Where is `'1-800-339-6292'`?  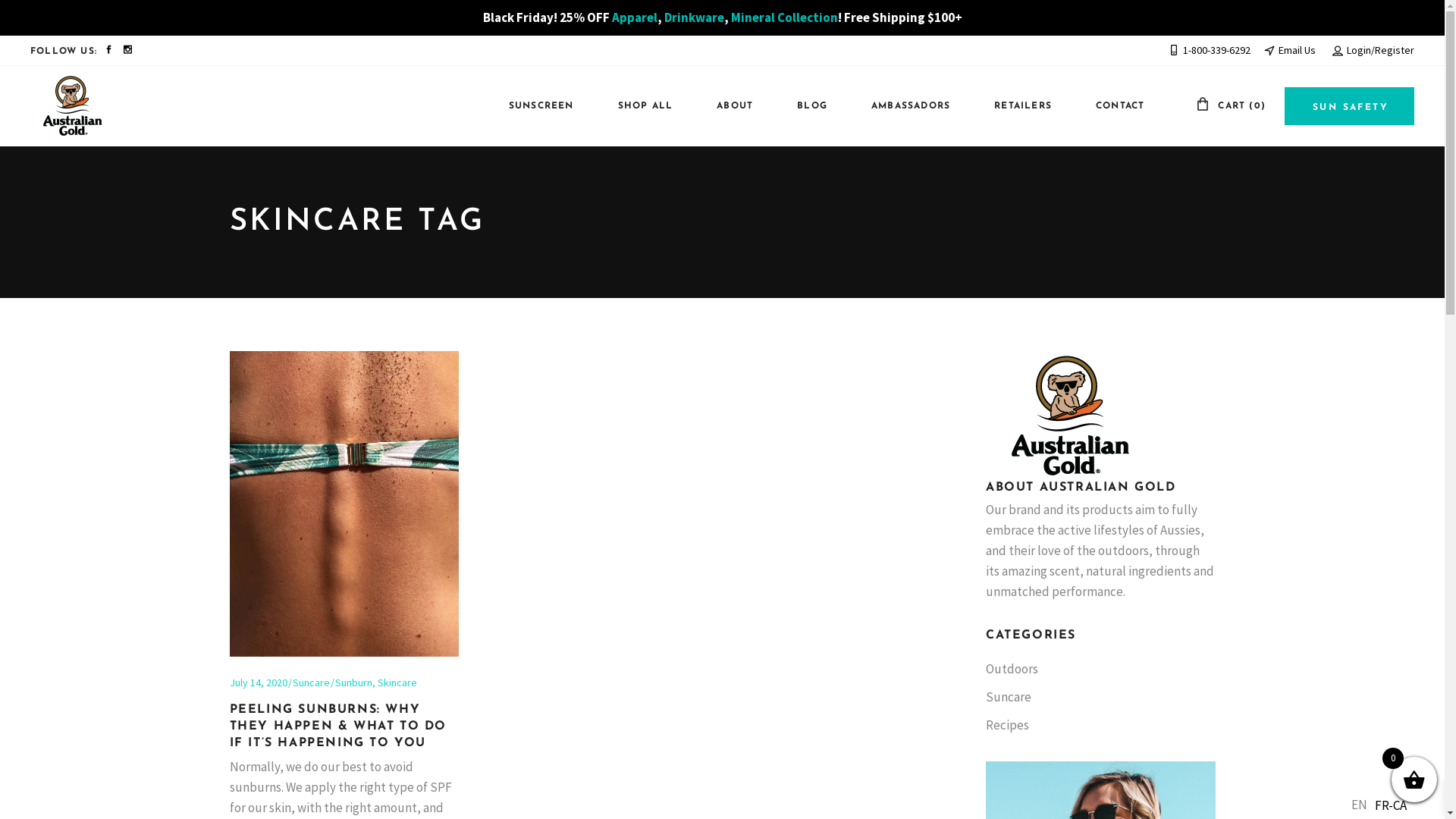 '1-800-339-6292' is located at coordinates (1208, 49).